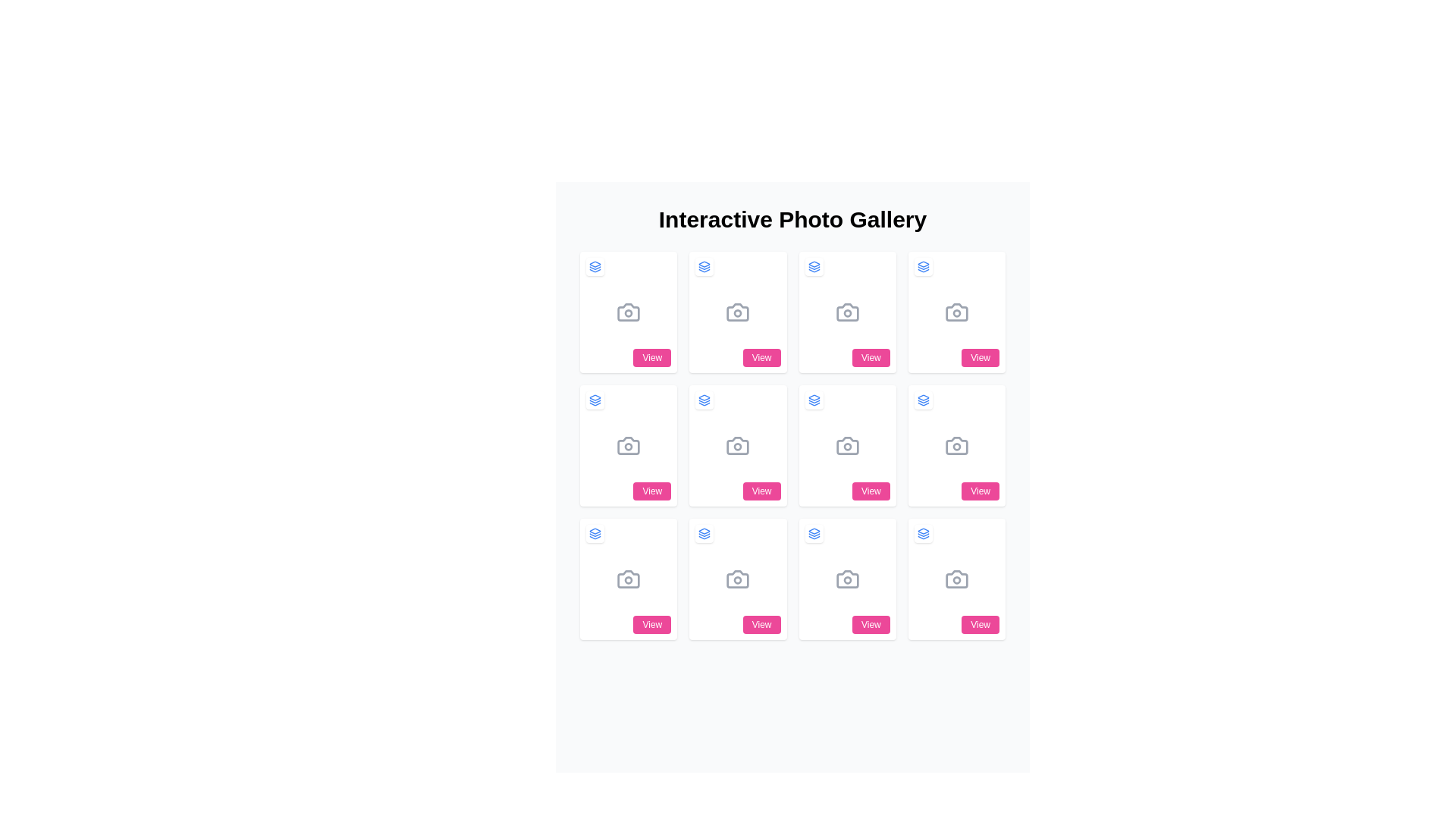  I want to click on the photo icon located in the fourth row and first column of the gallery grid to interact with it, so click(629, 579).